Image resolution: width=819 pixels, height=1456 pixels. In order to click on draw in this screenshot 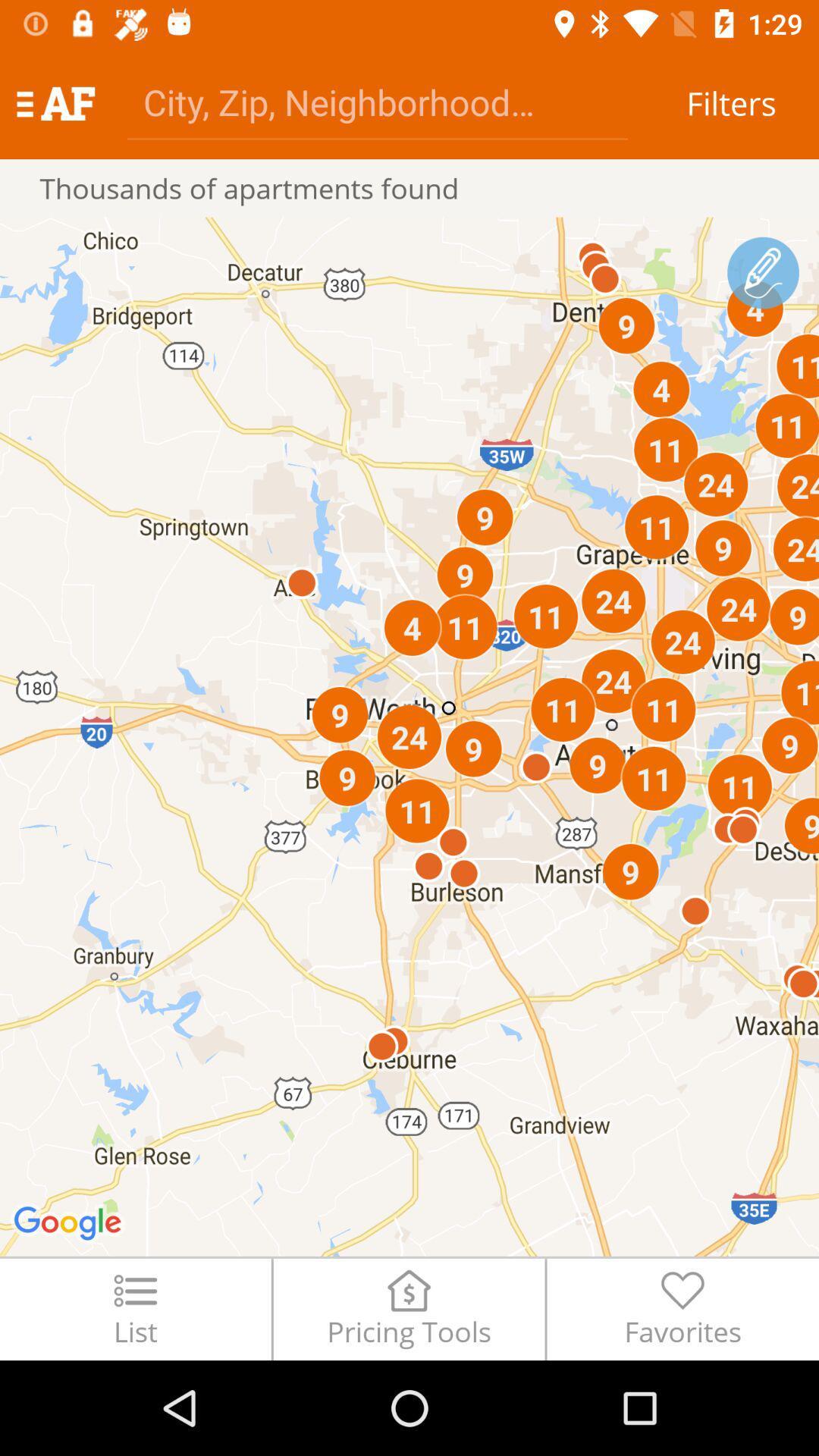, I will do `click(763, 273)`.